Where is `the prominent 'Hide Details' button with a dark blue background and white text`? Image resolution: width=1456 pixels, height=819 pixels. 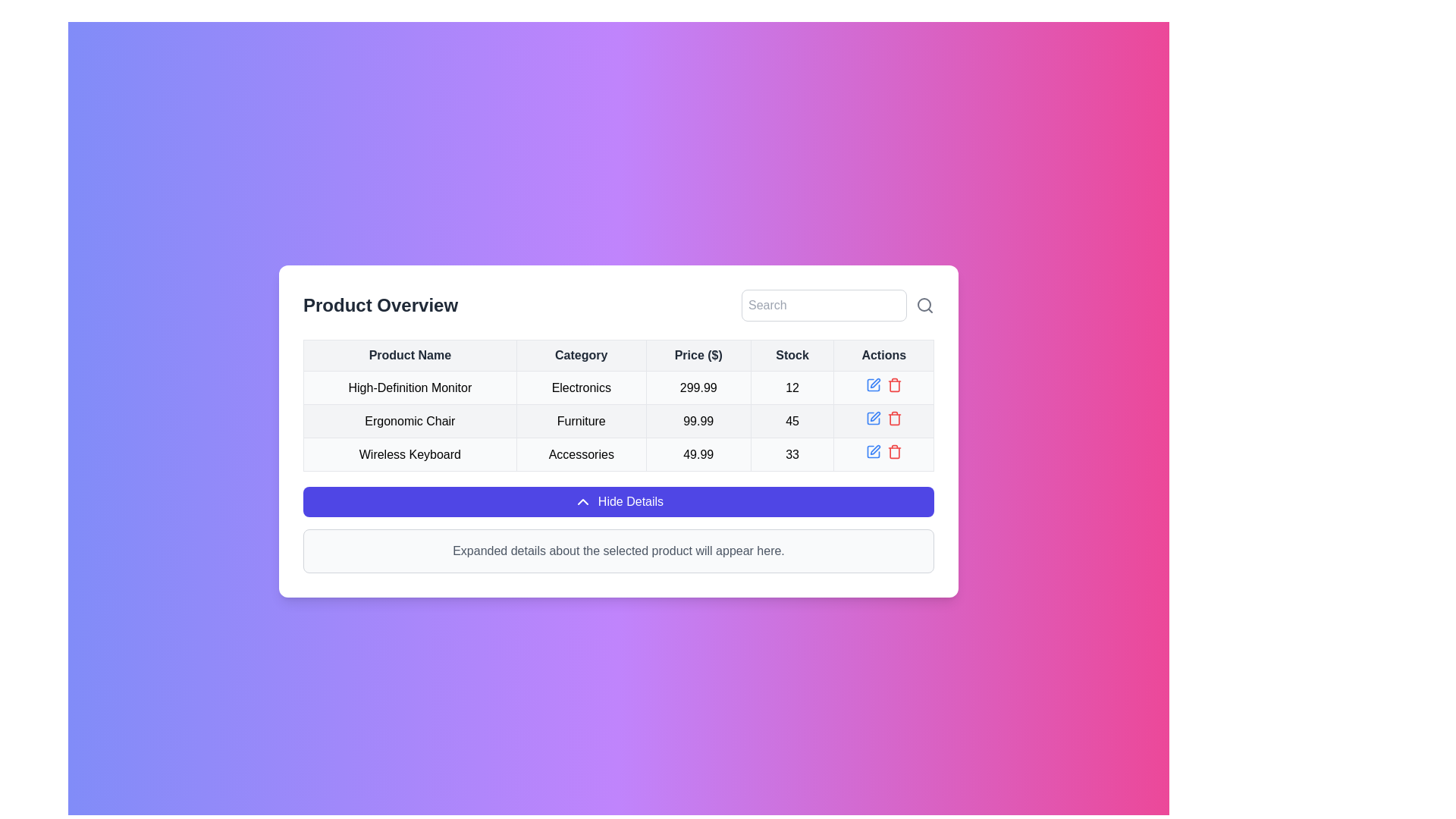 the prominent 'Hide Details' button with a dark blue background and white text is located at coordinates (619, 502).